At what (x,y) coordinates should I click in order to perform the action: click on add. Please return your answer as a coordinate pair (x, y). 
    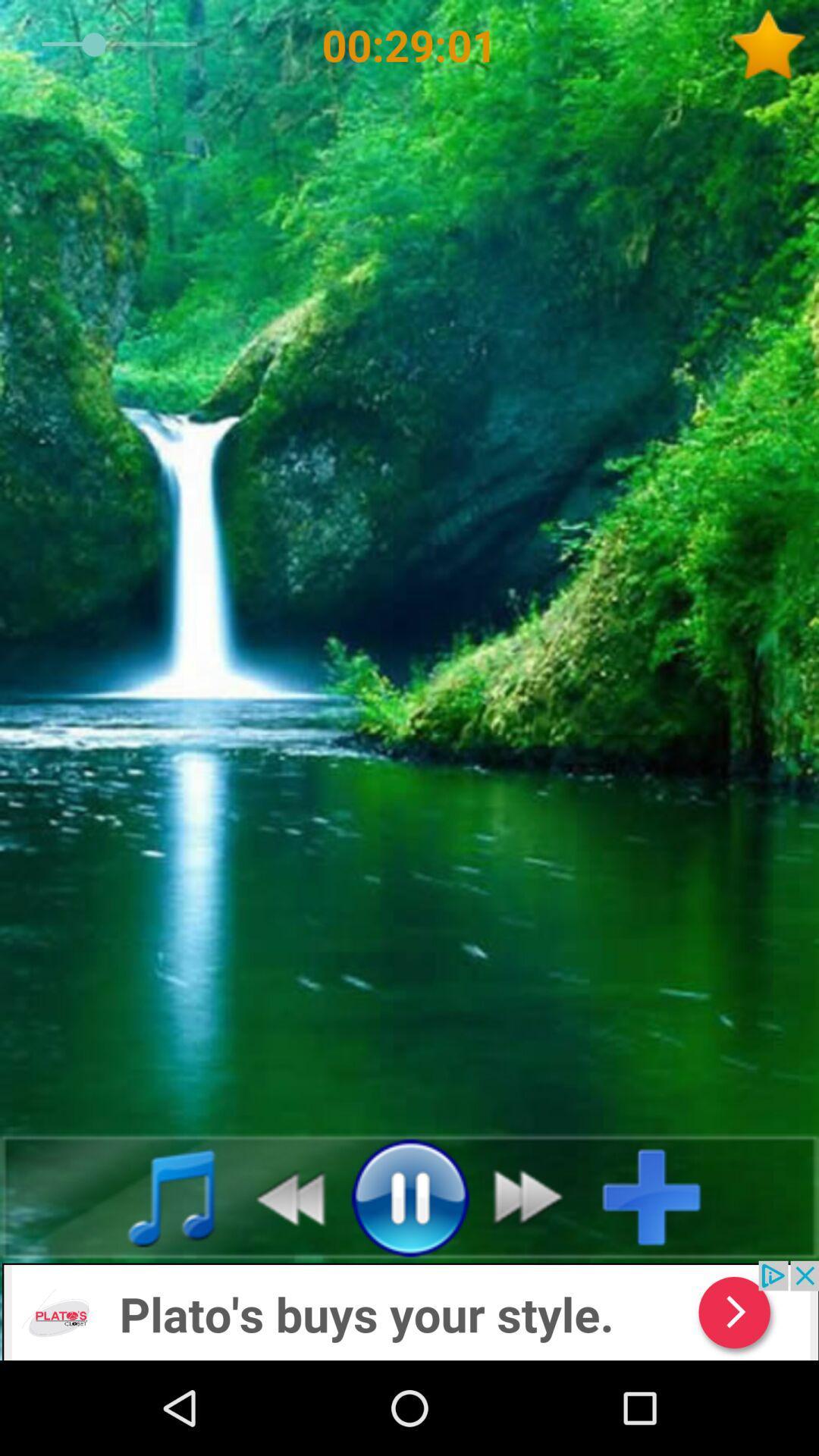
    Looking at the image, I should click on (409, 1310).